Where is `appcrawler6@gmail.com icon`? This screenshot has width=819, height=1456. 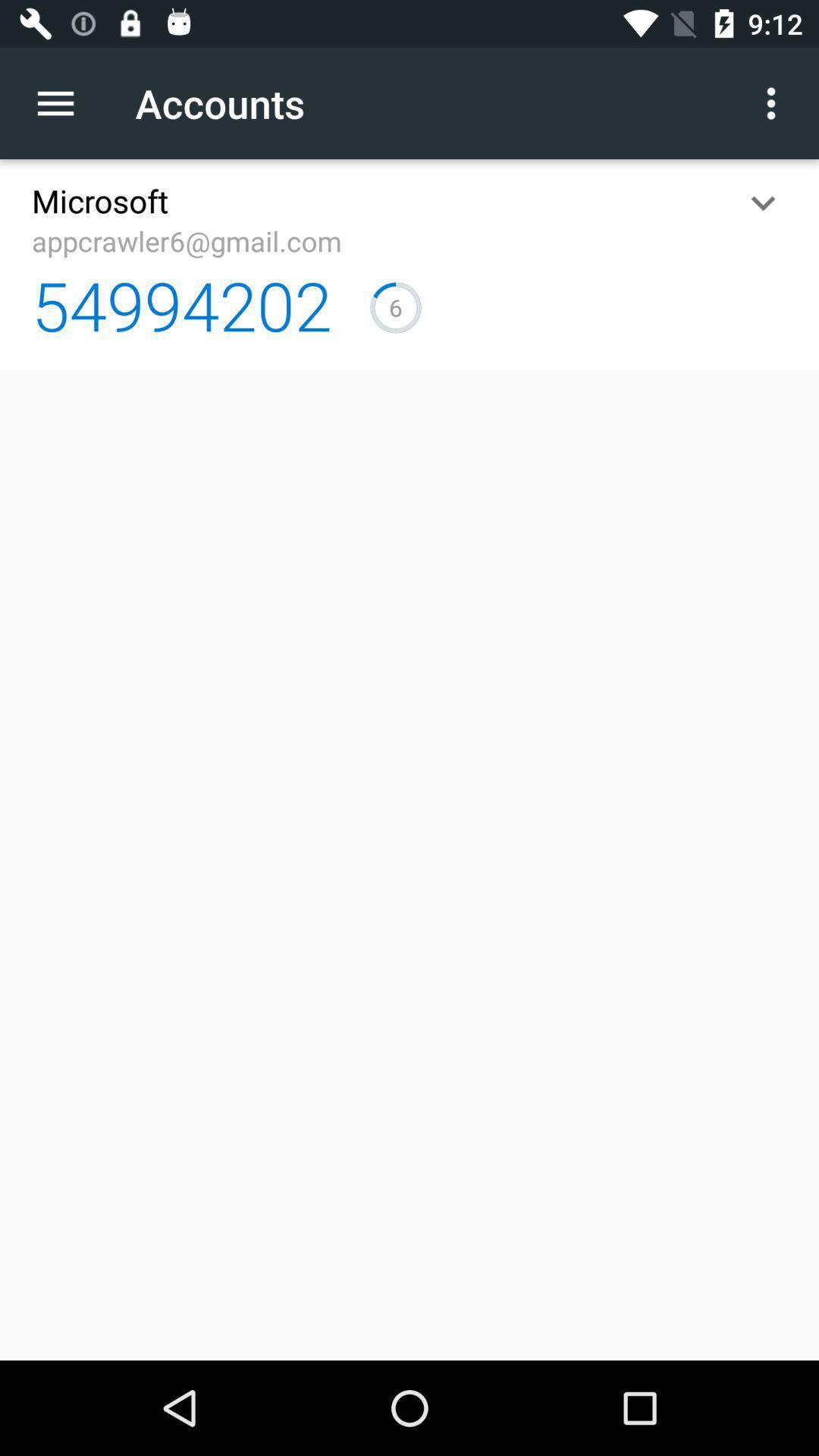 appcrawler6@gmail.com icon is located at coordinates (186, 240).